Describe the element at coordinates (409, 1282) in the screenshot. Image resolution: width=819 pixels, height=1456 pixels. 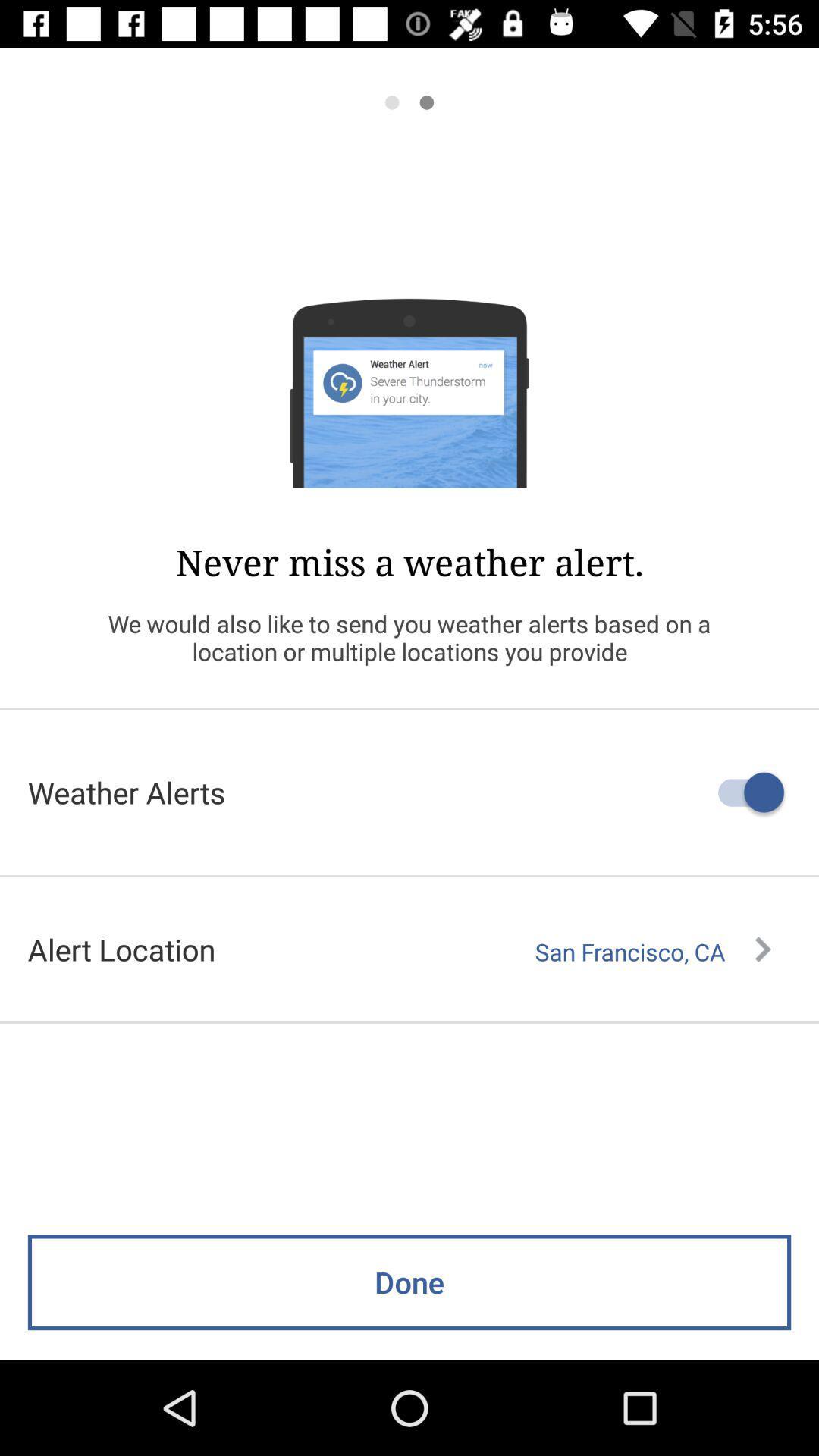
I see `the done` at that location.